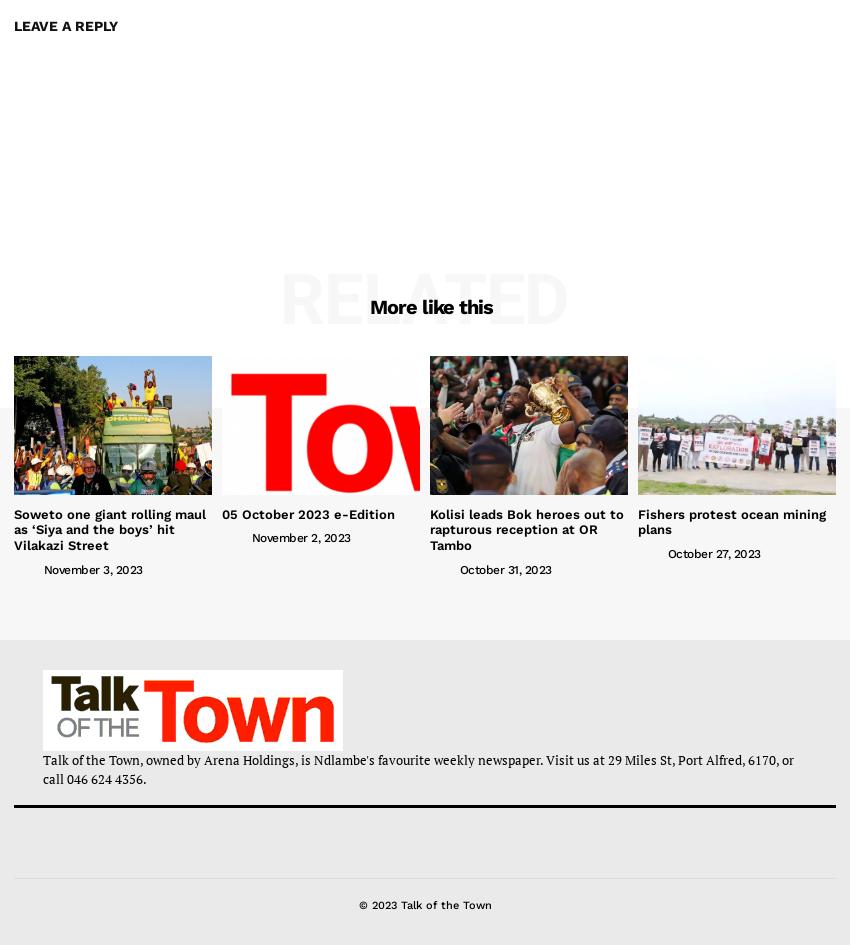 Image resolution: width=850 pixels, height=945 pixels. What do you see at coordinates (712, 553) in the screenshot?
I see `'October 27, 2023'` at bounding box center [712, 553].